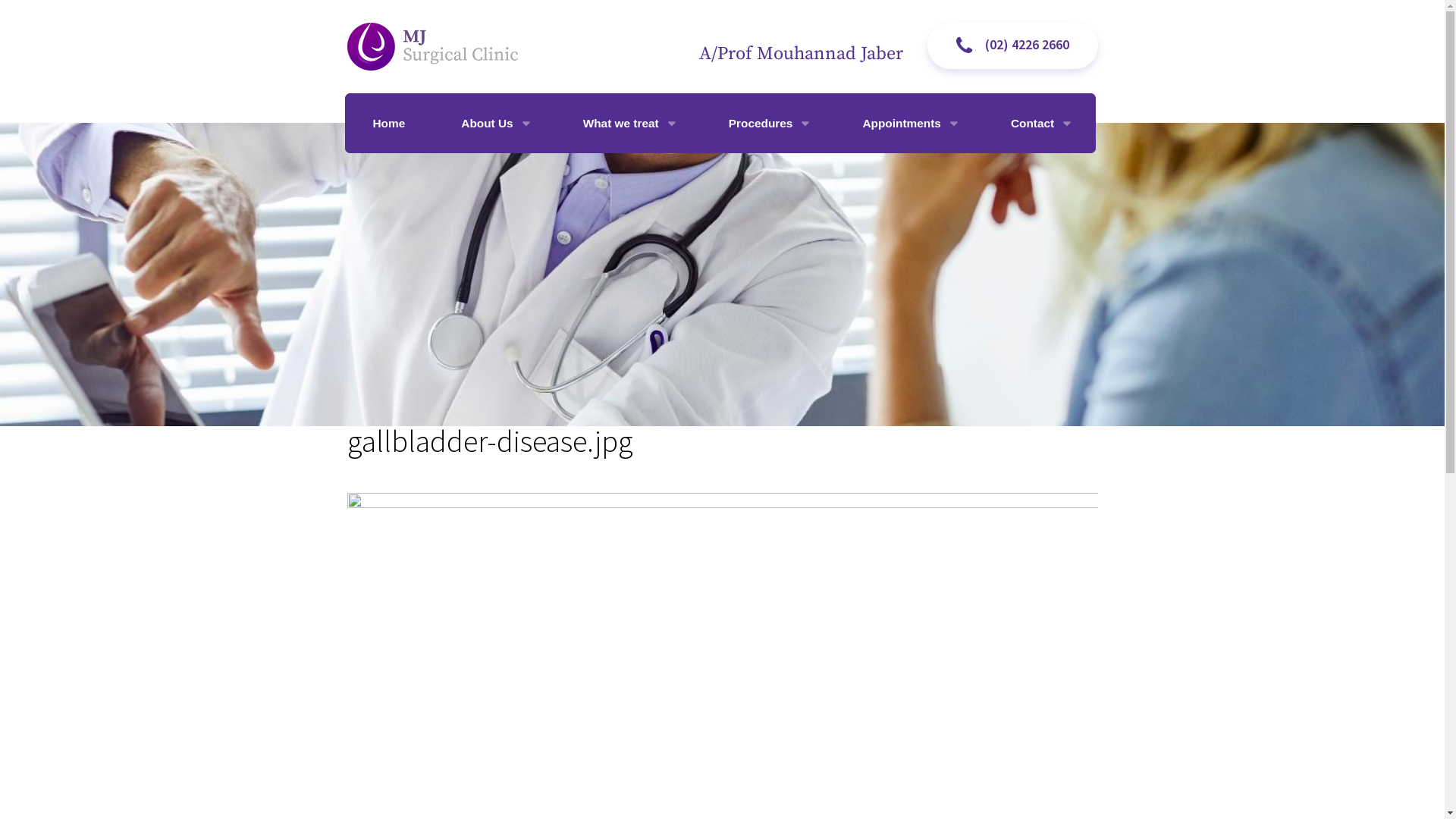 This screenshot has height=819, width=1456. What do you see at coordinates (983, 122) in the screenshot?
I see `'Contact'` at bounding box center [983, 122].